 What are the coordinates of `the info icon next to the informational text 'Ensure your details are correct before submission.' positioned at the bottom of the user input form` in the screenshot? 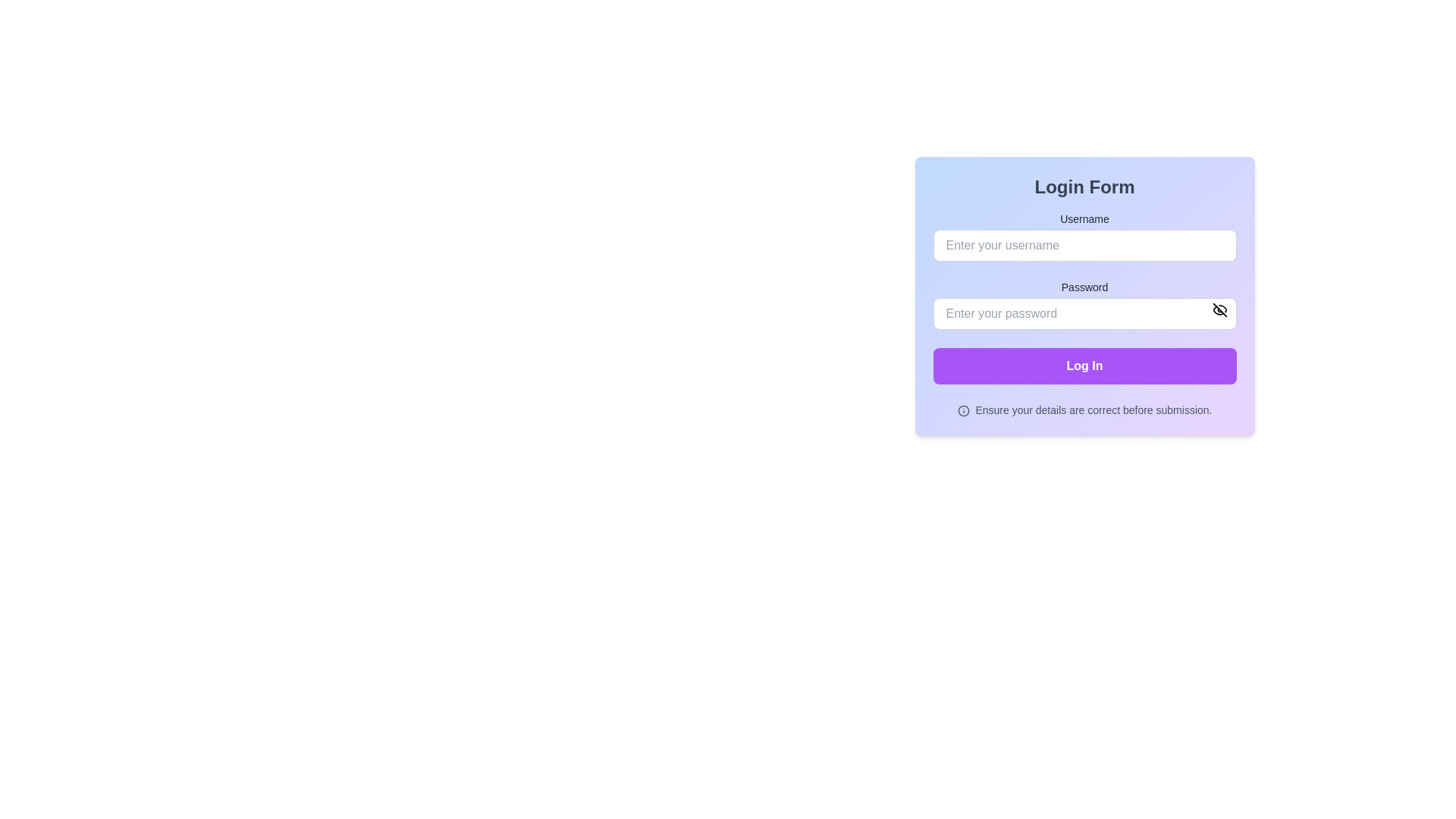 It's located at (1084, 409).